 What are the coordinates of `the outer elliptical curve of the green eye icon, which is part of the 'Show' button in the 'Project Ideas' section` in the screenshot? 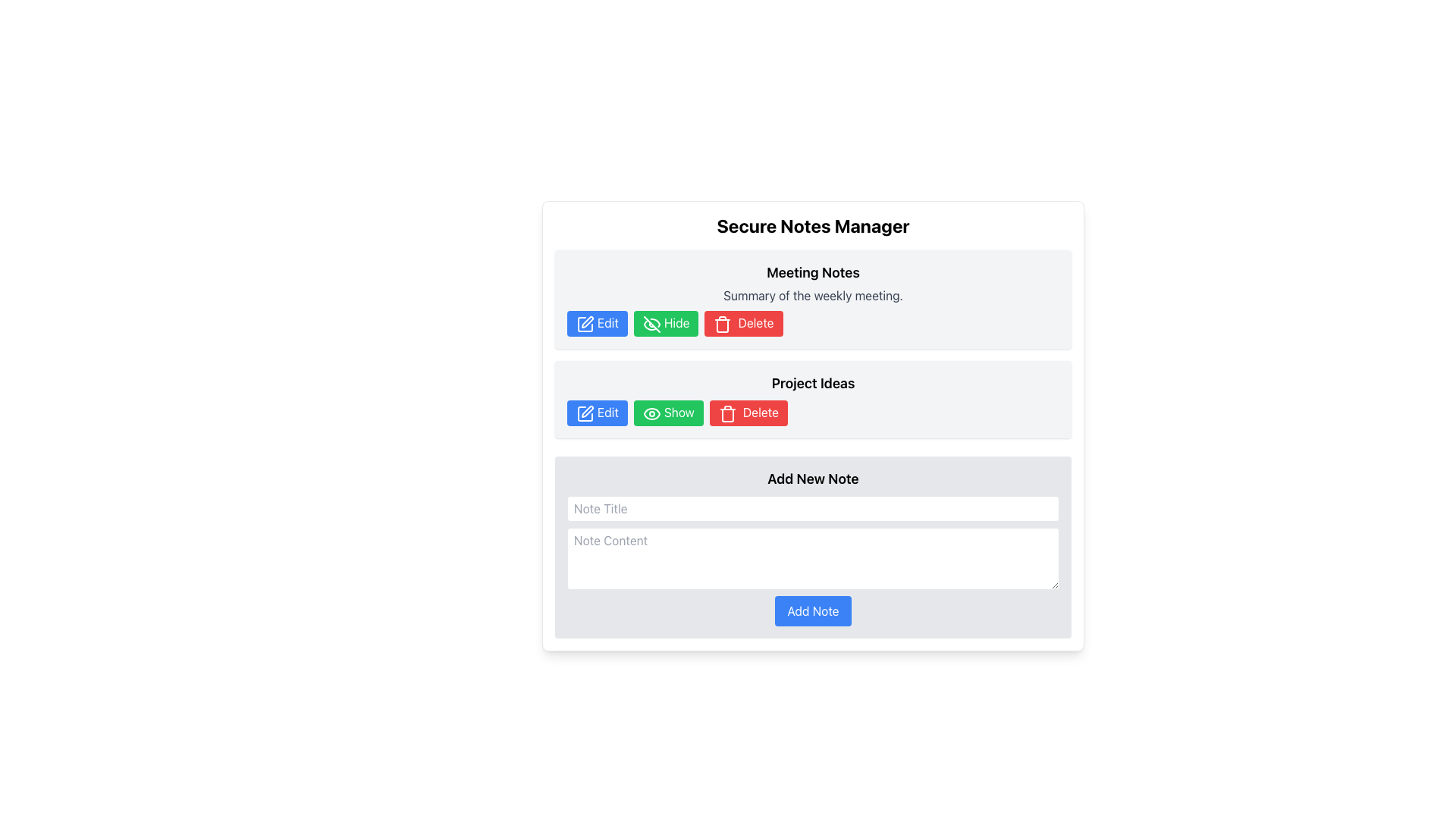 It's located at (651, 413).